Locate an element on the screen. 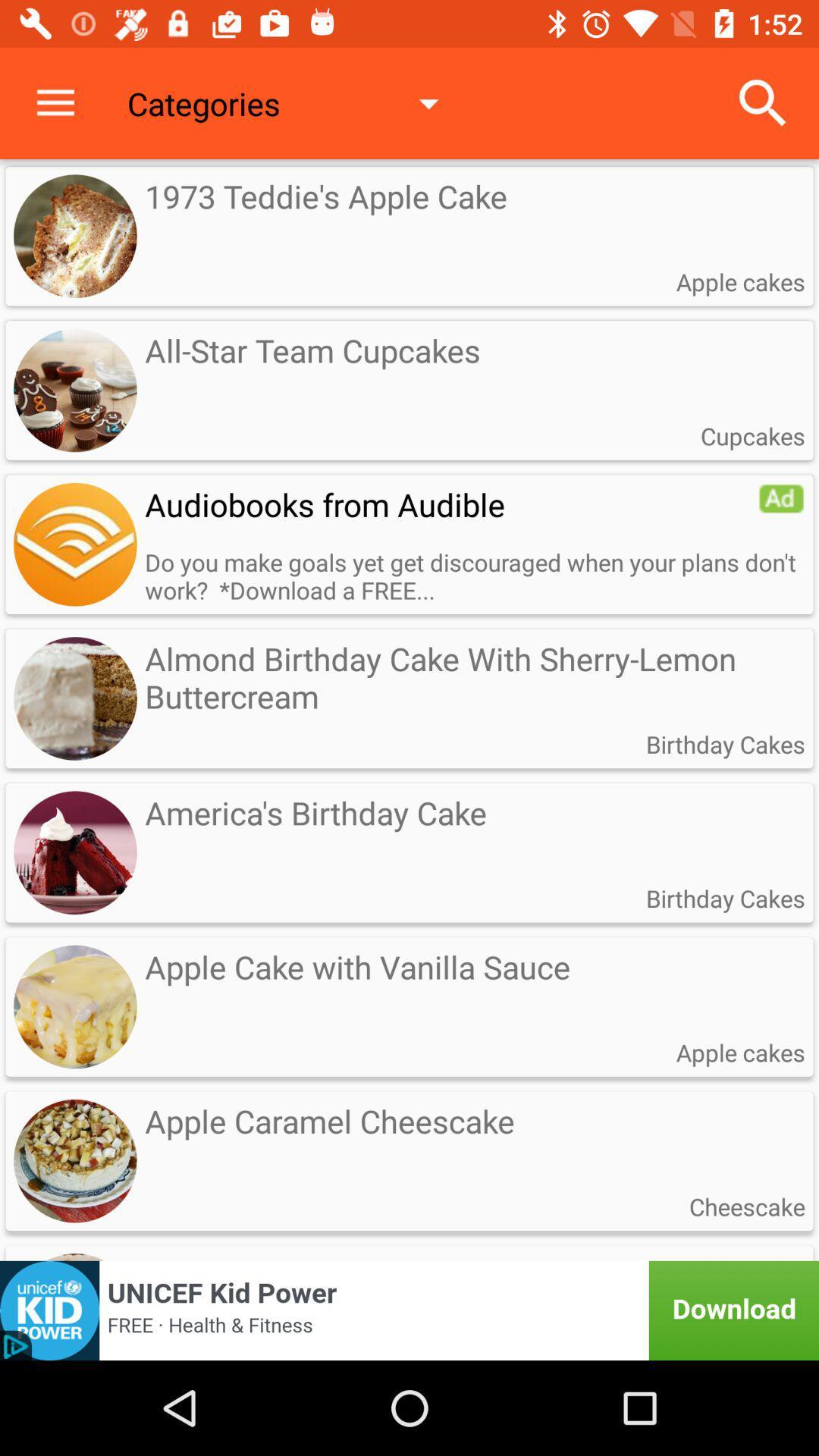 The width and height of the screenshot is (819, 1456). the icon next to categories is located at coordinates (55, 102).